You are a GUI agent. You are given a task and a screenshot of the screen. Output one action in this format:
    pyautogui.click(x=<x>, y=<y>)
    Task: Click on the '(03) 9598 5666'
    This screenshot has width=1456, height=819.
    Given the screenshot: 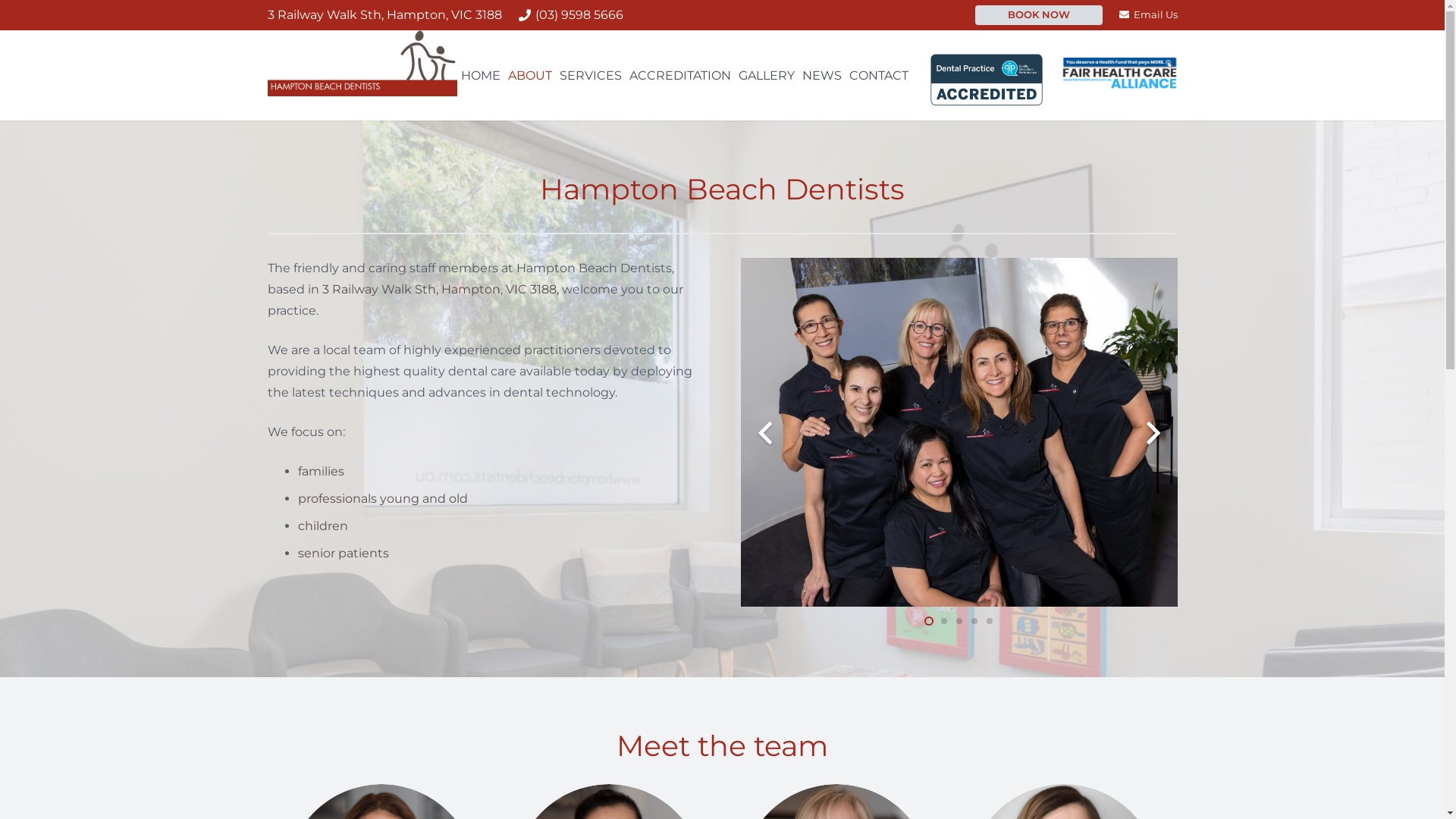 What is the action you would take?
    pyautogui.click(x=570, y=14)
    